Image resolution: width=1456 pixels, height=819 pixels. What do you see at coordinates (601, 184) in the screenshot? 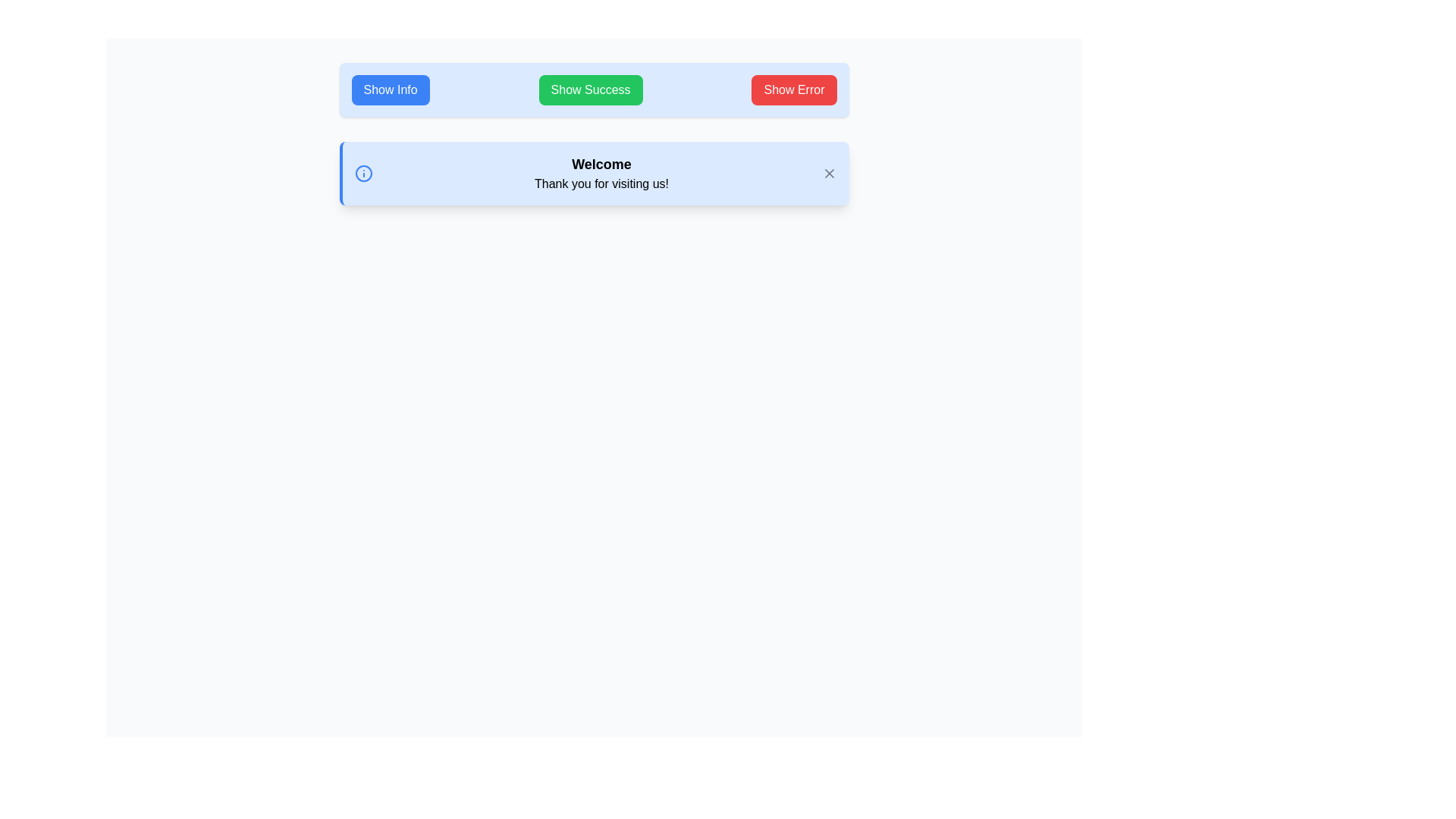
I see `the text element displaying 'Thank you for visiting us!' which is centrally aligned below the 'Welcome' label in a card-like component` at bounding box center [601, 184].